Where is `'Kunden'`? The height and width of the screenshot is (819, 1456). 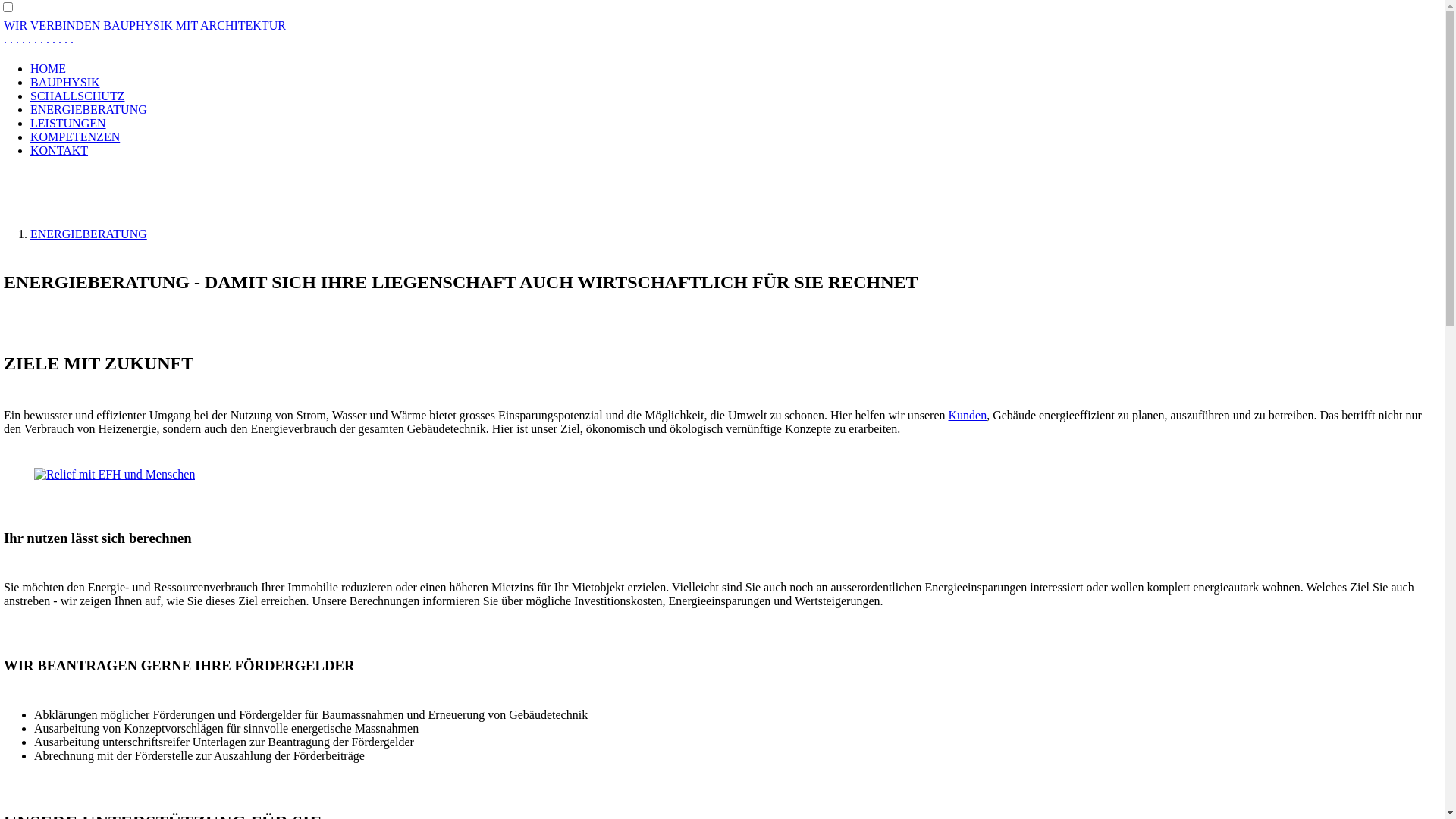 'Kunden' is located at coordinates (967, 415).